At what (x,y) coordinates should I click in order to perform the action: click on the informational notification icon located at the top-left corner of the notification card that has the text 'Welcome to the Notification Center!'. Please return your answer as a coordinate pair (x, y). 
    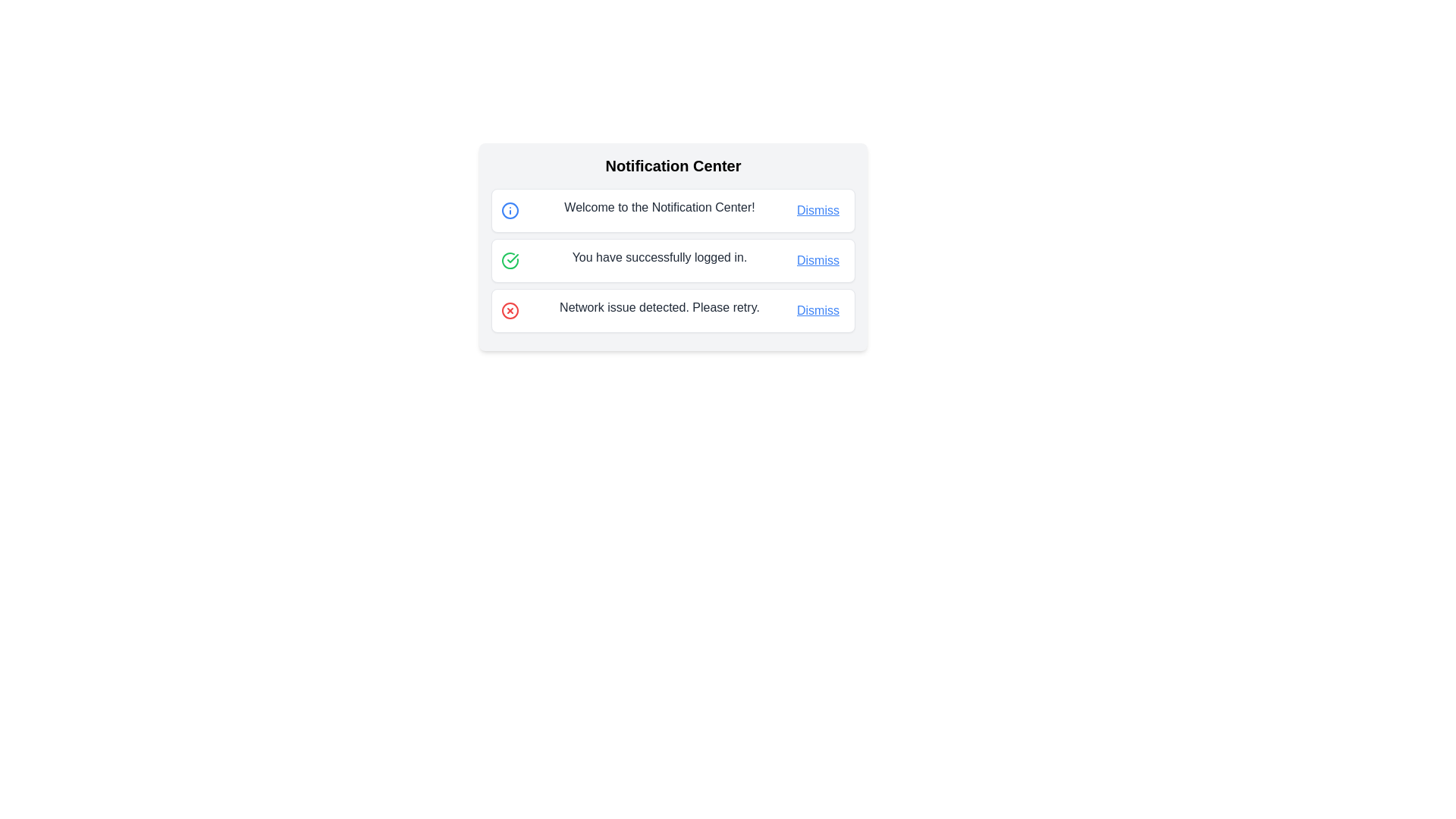
    Looking at the image, I should click on (510, 210).